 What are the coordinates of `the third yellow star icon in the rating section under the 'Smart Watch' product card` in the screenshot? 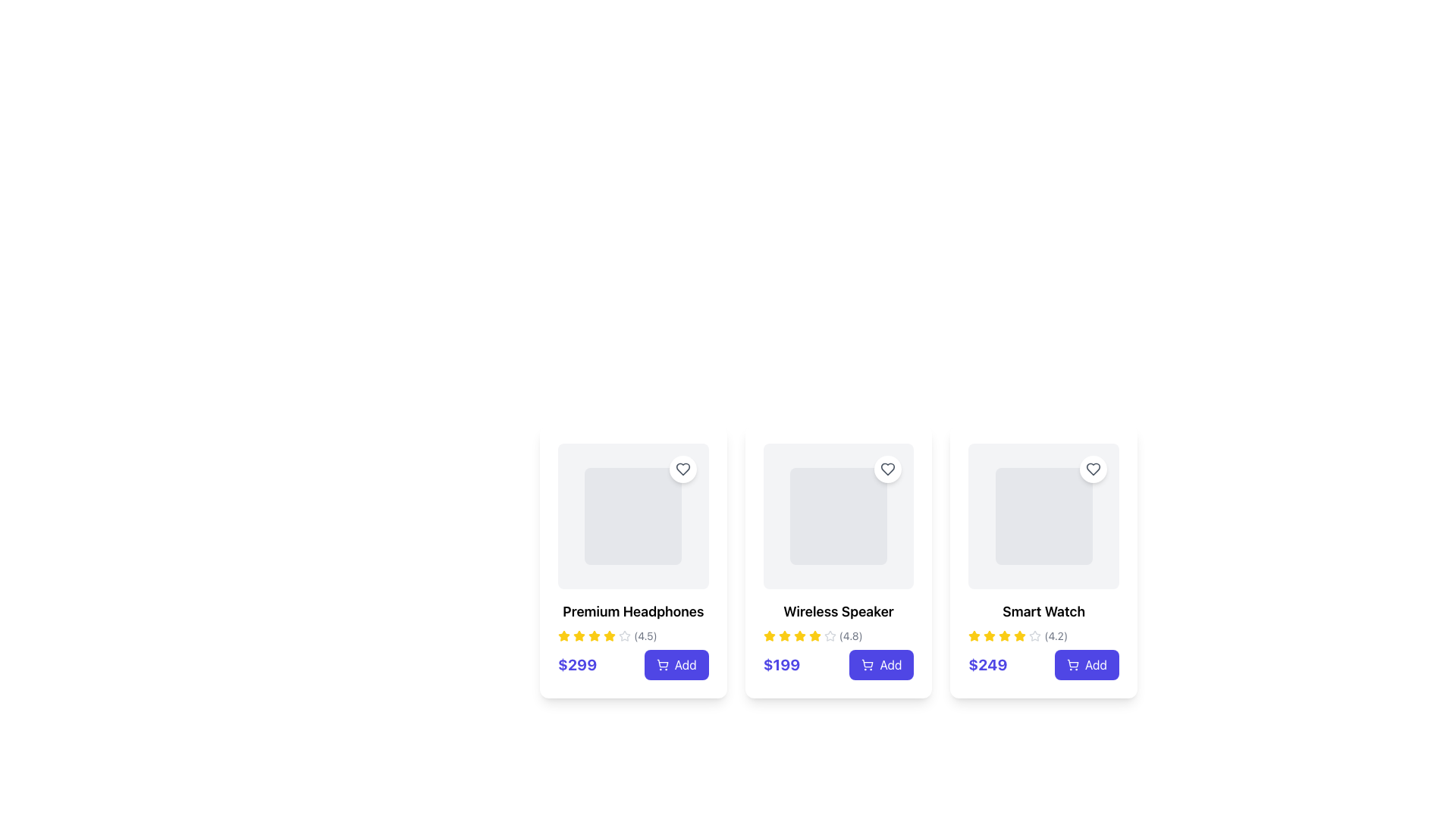 It's located at (990, 636).